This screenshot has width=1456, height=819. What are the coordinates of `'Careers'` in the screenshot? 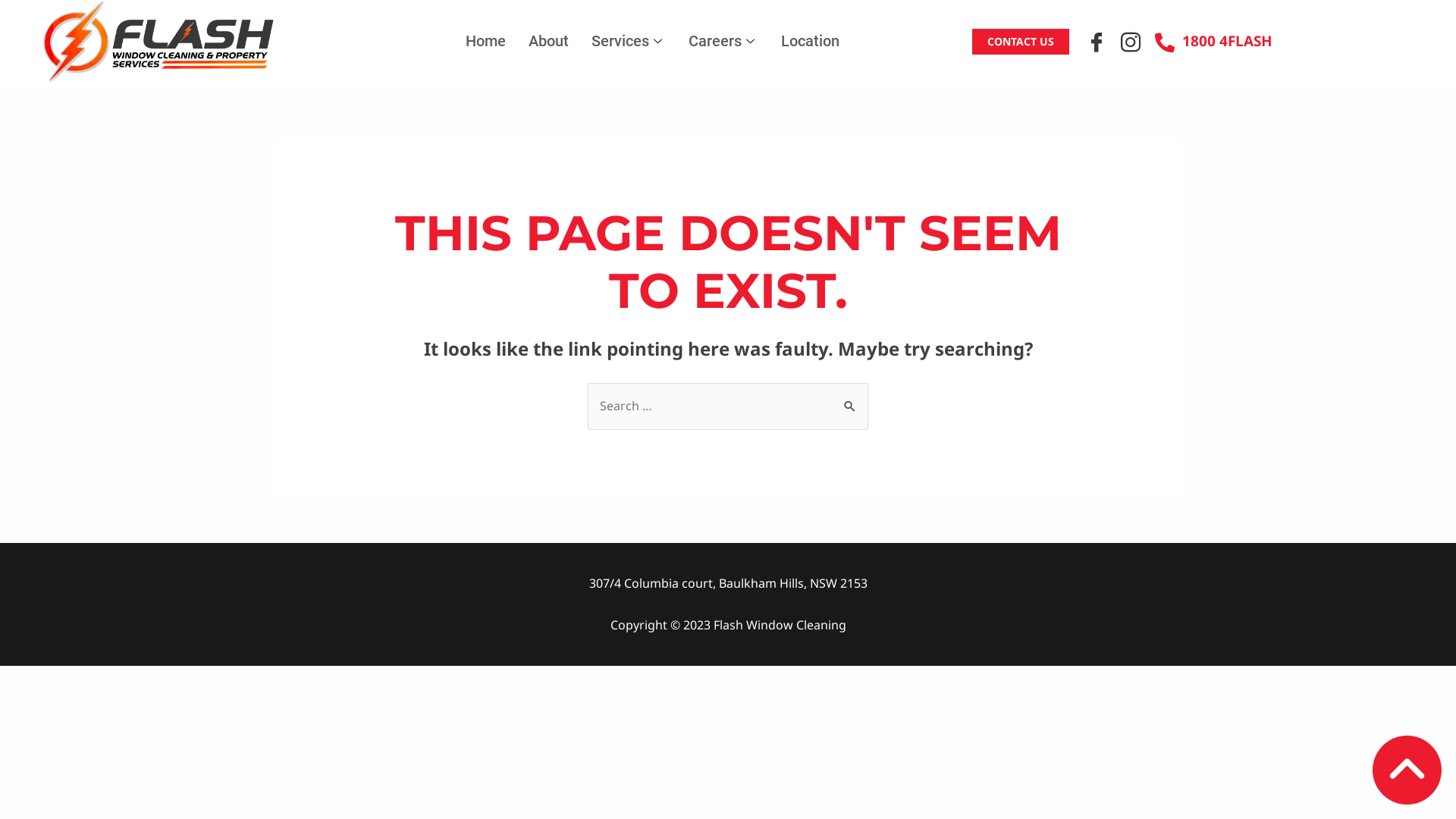 It's located at (723, 40).